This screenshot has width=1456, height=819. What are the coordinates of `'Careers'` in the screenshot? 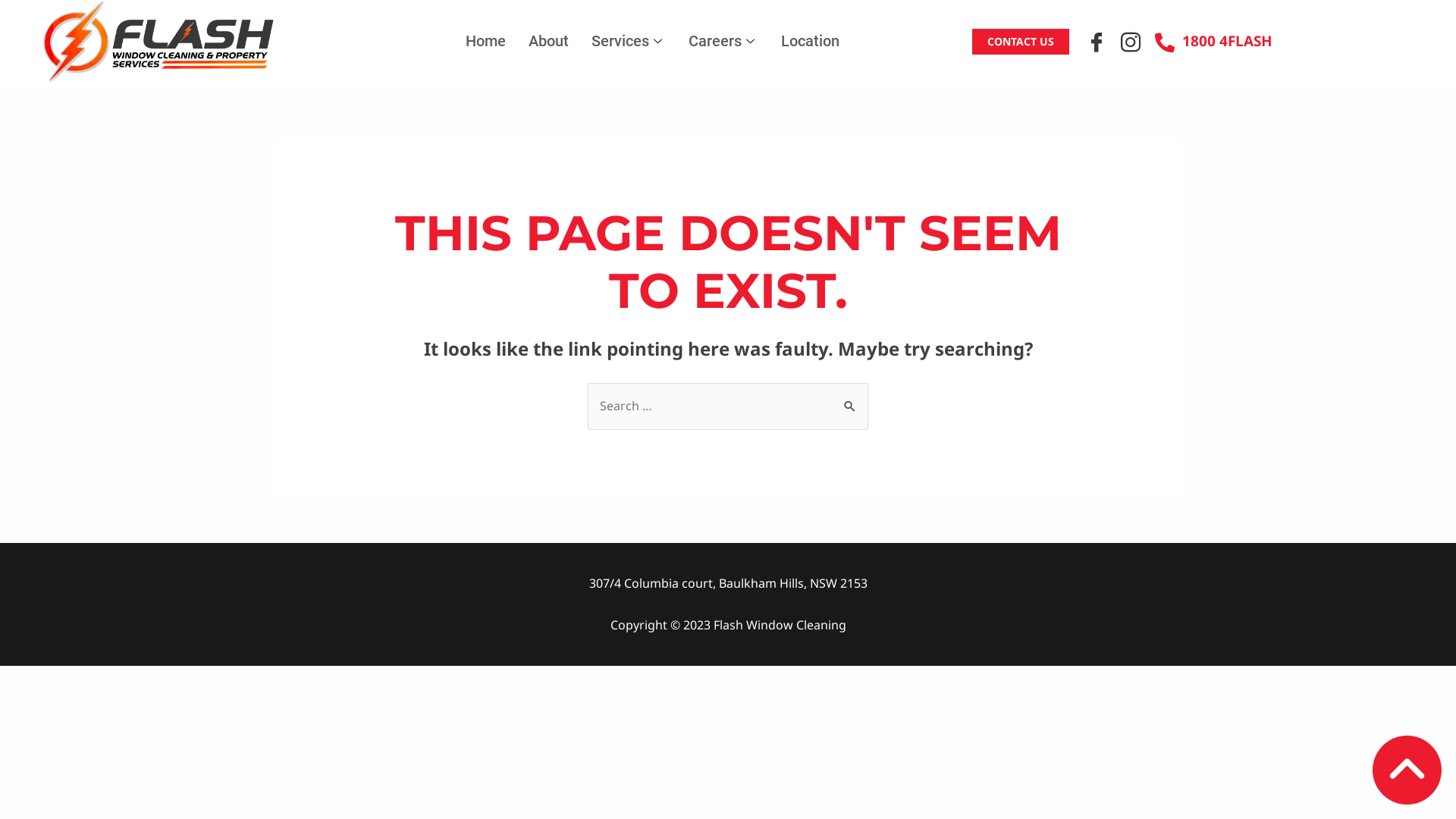 It's located at (723, 40).